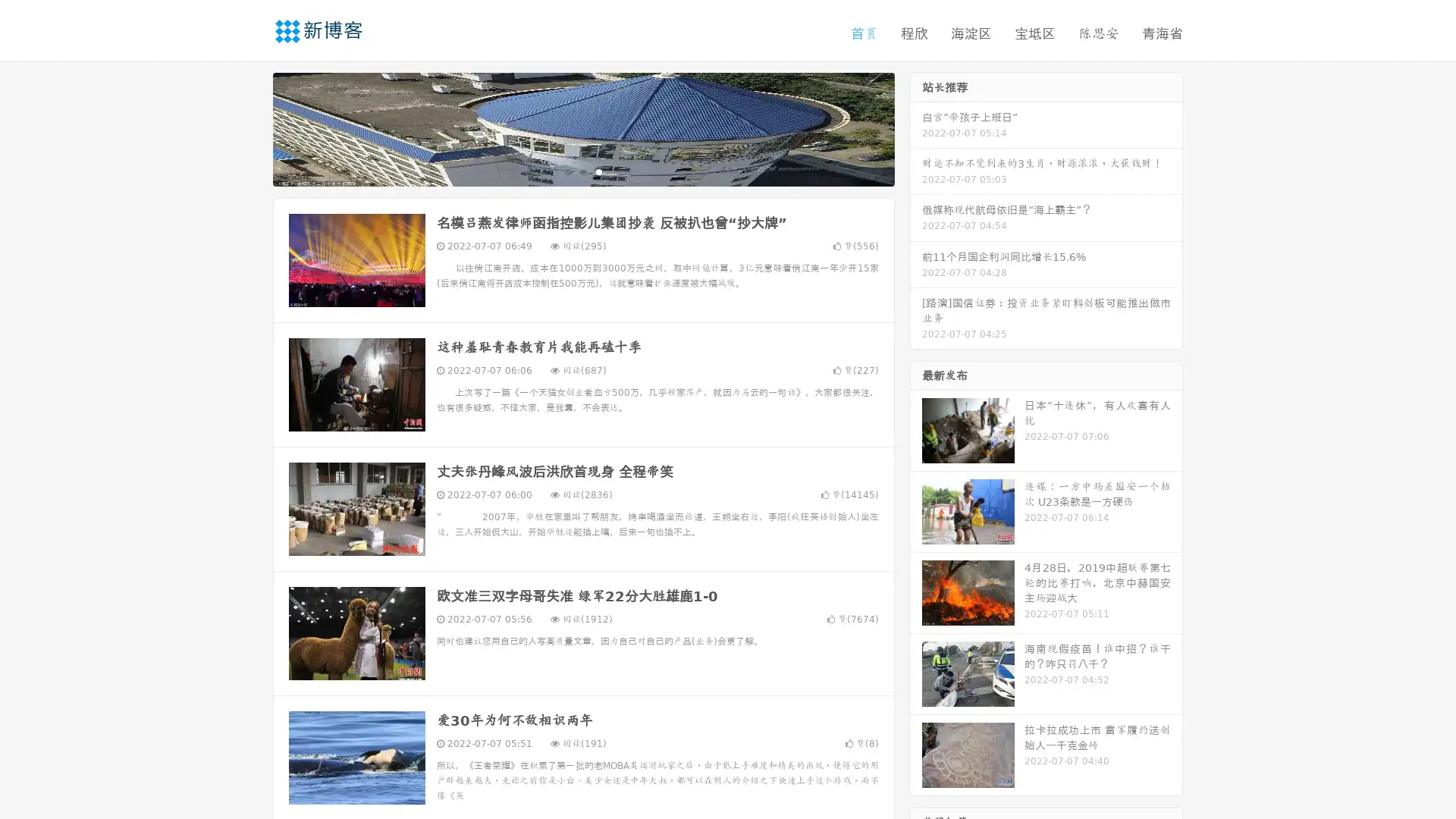 This screenshot has height=819, width=1456. What do you see at coordinates (250, 127) in the screenshot?
I see `Previous slide` at bounding box center [250, 127].